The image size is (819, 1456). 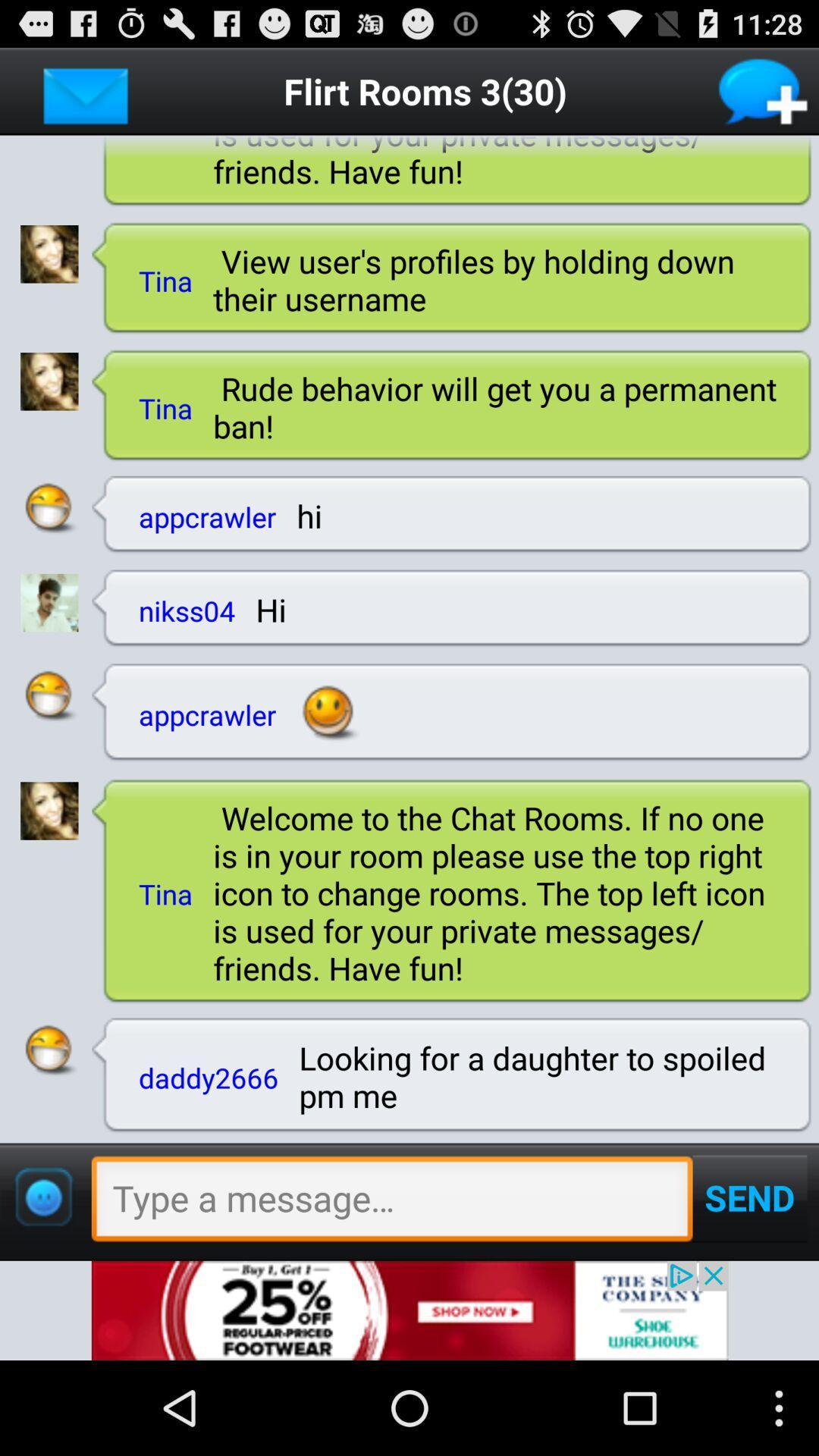 What do you see at coordinates (764, 90) in the screenshot?
I see `open new chat` at bounding box center [764, 90].